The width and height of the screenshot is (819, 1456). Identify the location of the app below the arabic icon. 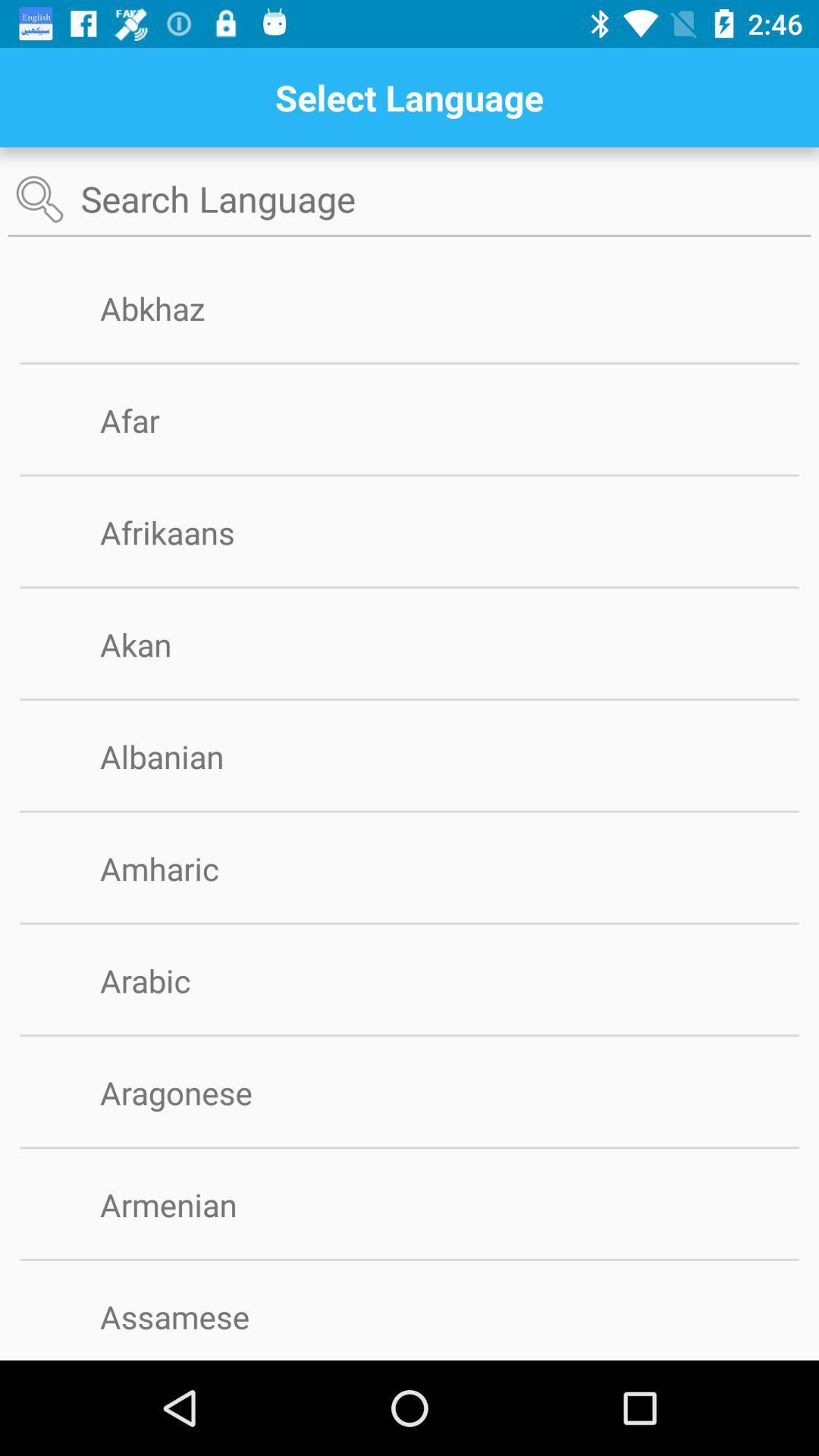
(409, 1034).